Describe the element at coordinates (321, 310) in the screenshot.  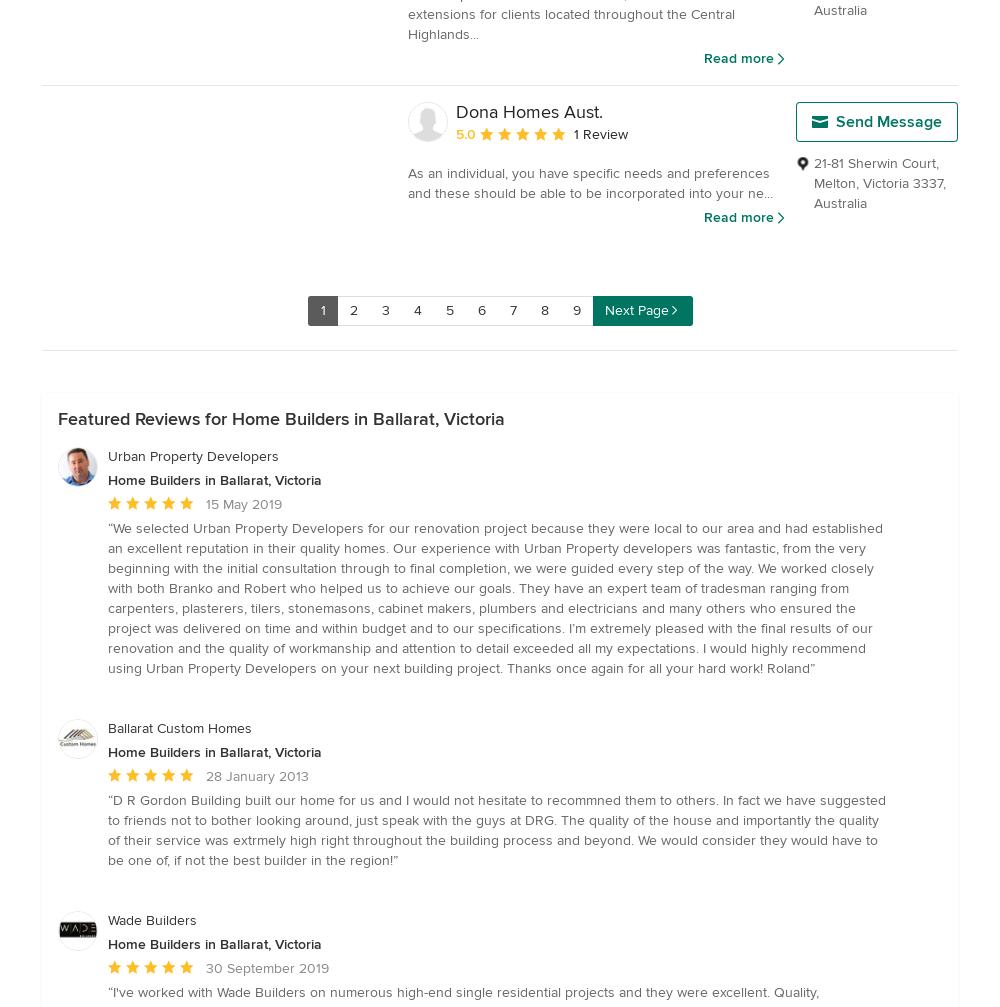
I see `'1'` at that location.